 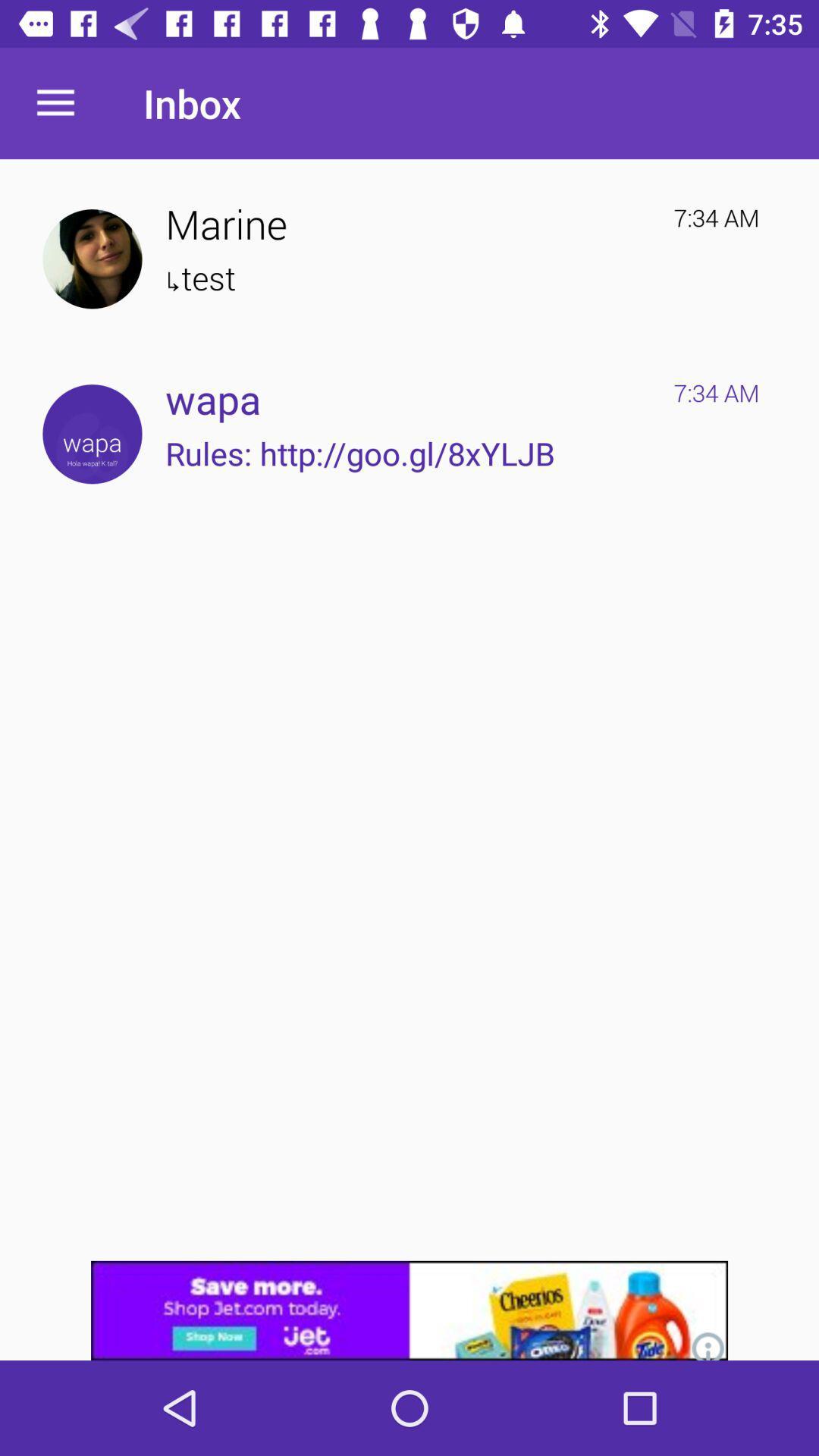 What do you see at coordinates (92, 259) in the screenshot?
I see `image` at bounding box center [92, 259].